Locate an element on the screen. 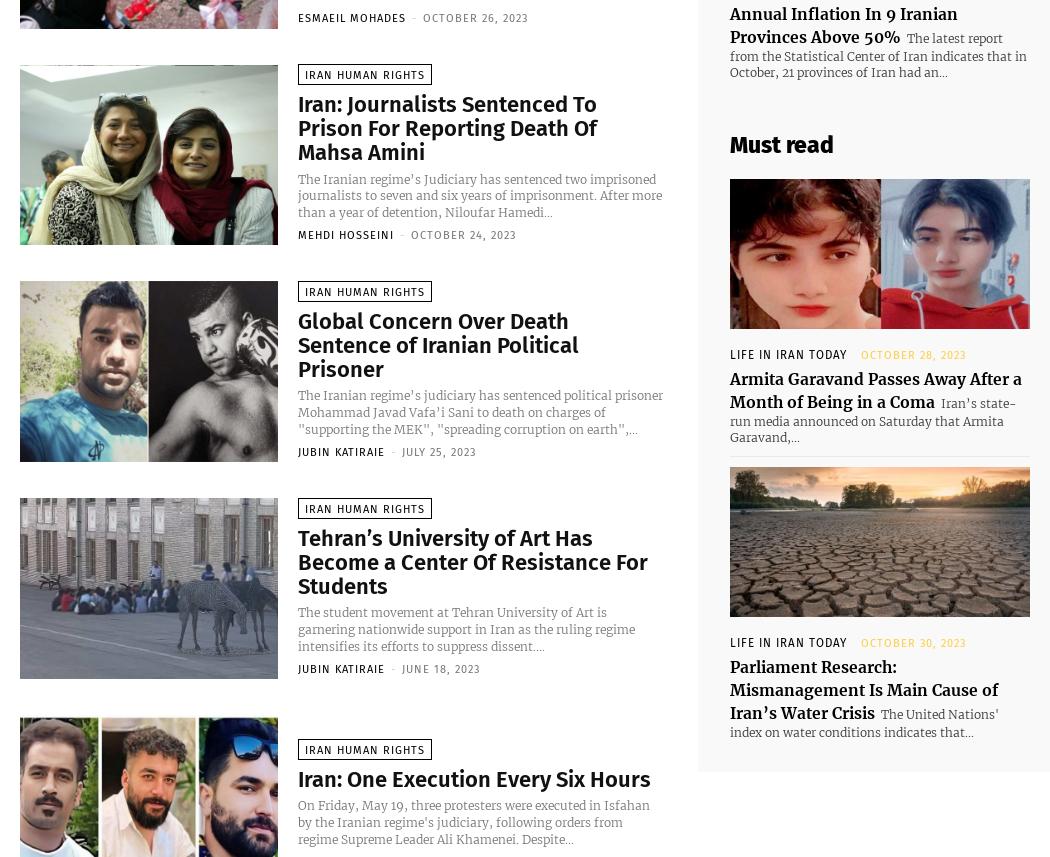  'Armita Garavand Passes Away After a Month of Being in a Coma' is located at coordinates (861, 362).